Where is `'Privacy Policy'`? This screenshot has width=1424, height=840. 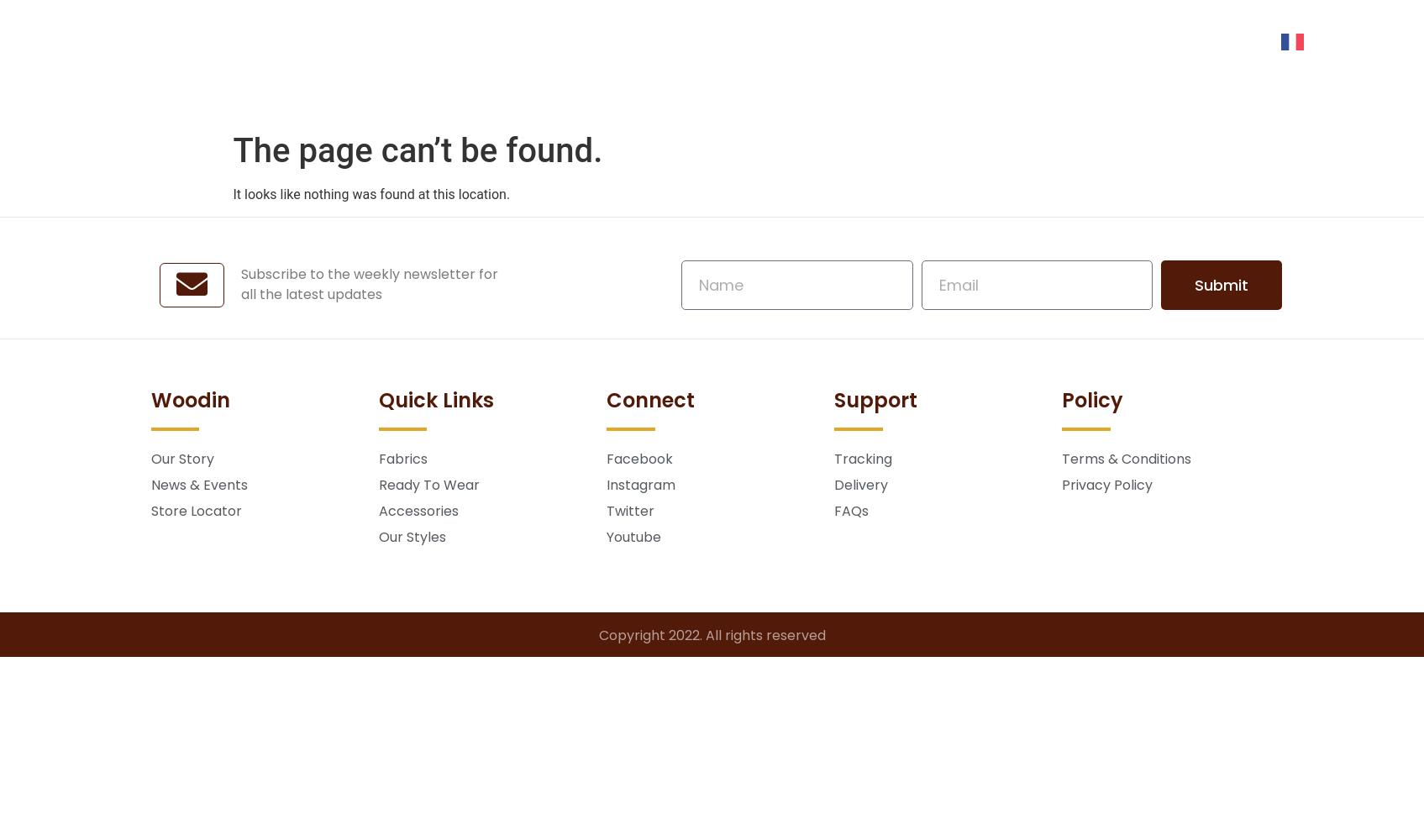
'Privacy Policy' is located at coordinates (1107, 483).